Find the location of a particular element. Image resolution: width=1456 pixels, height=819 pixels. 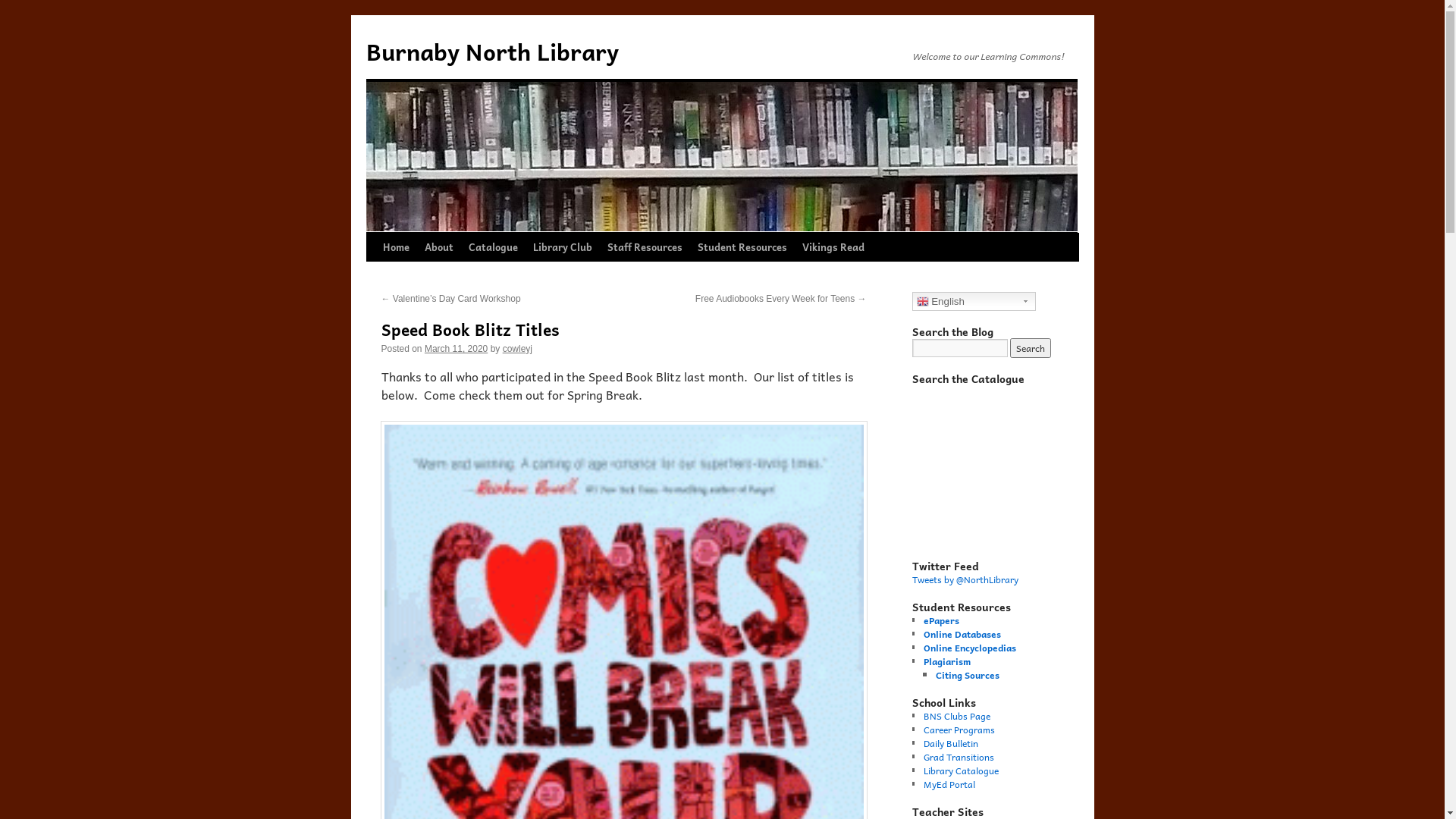

'Citing Sources' is located at coordinates (967, 674).